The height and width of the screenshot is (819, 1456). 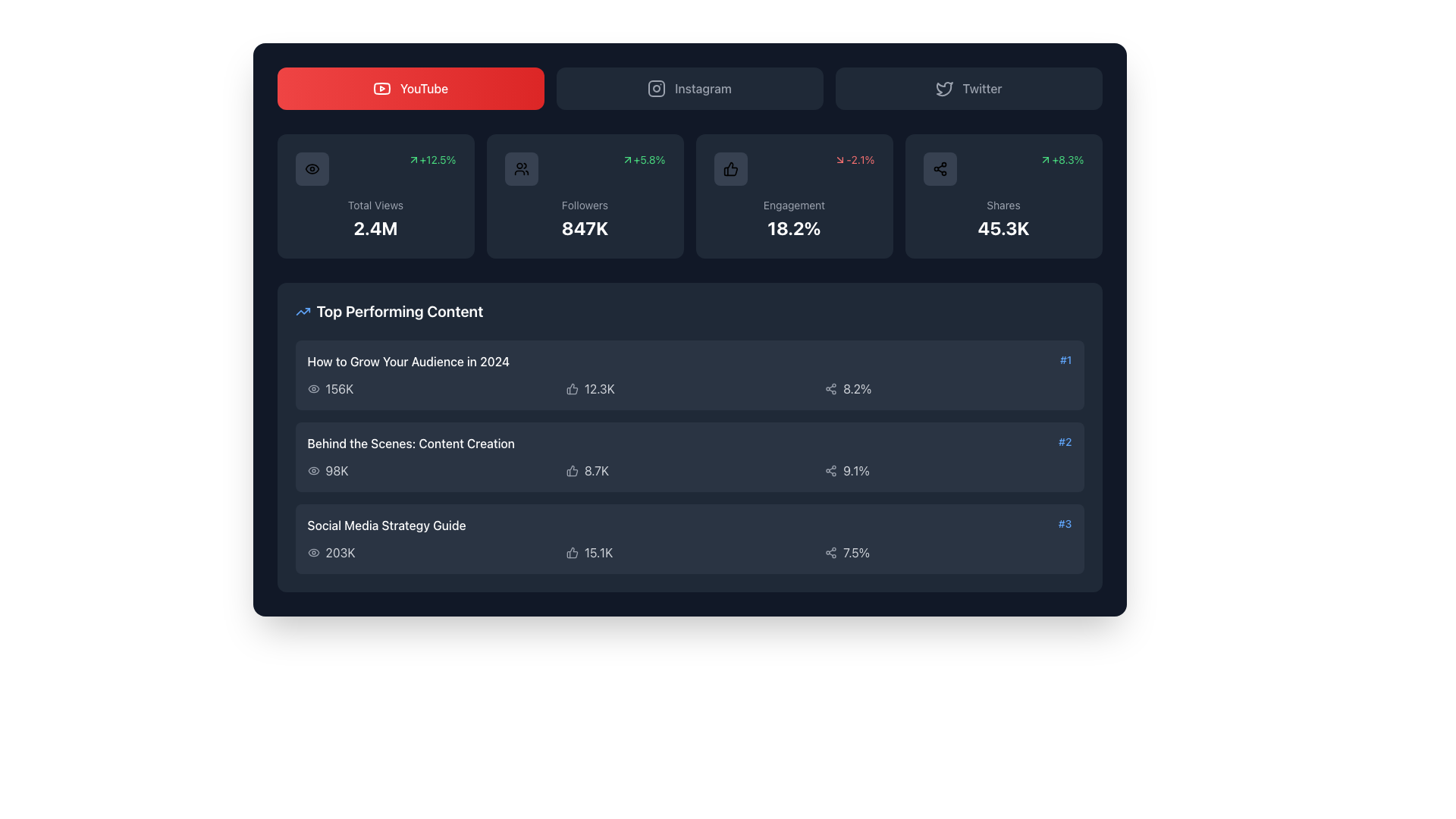 What do you see at coordinates (689, 88) in the screenshot?
I see `the Instagram button located in the top-center region of the interface, positioned between the YouTube button on the left and the Twitter button on the right, to observe the visual transition effect` at bounding box center [689, 88].